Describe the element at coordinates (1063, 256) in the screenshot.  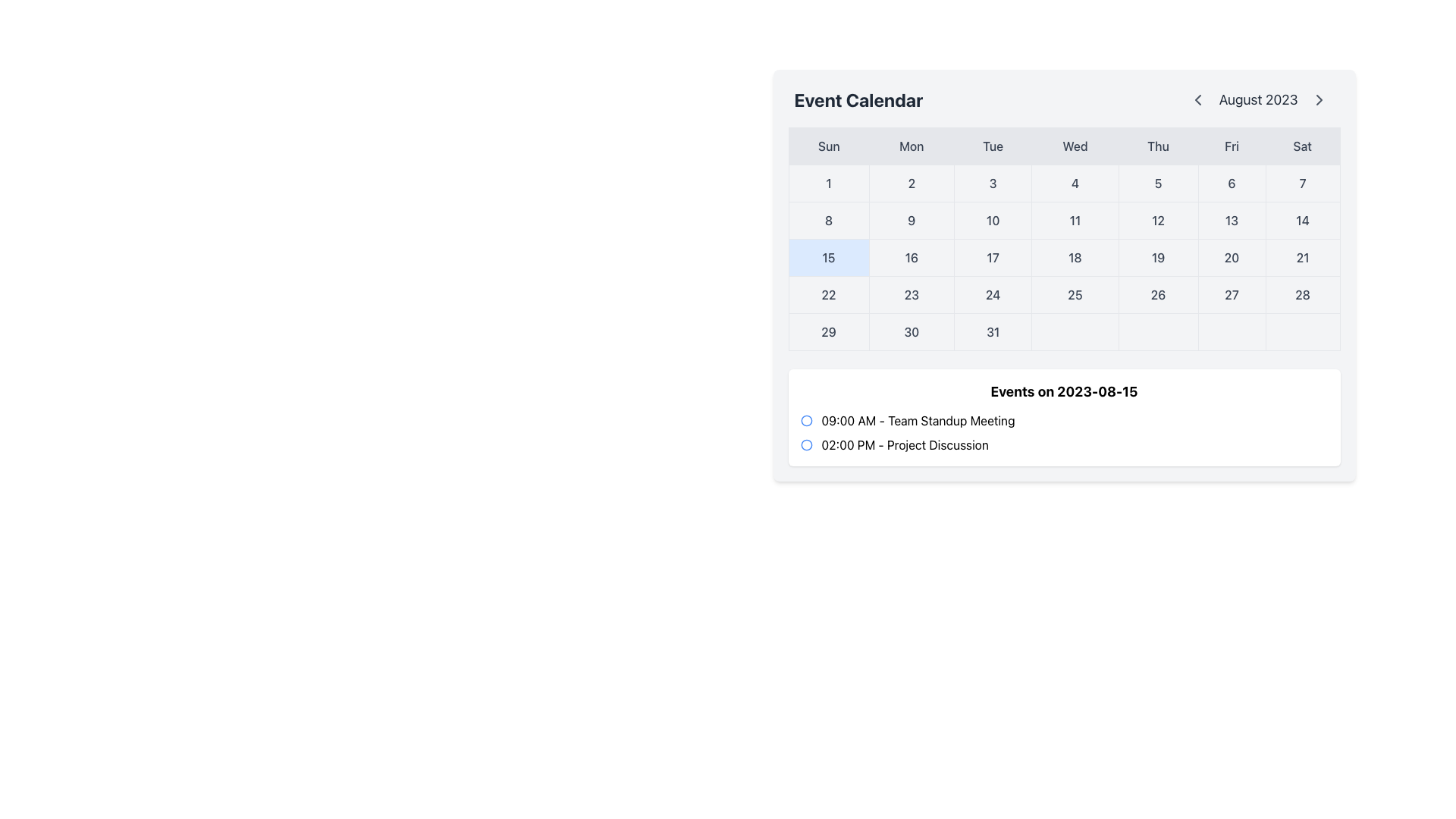
I see `the center of the Calendar Grid element` at that location.